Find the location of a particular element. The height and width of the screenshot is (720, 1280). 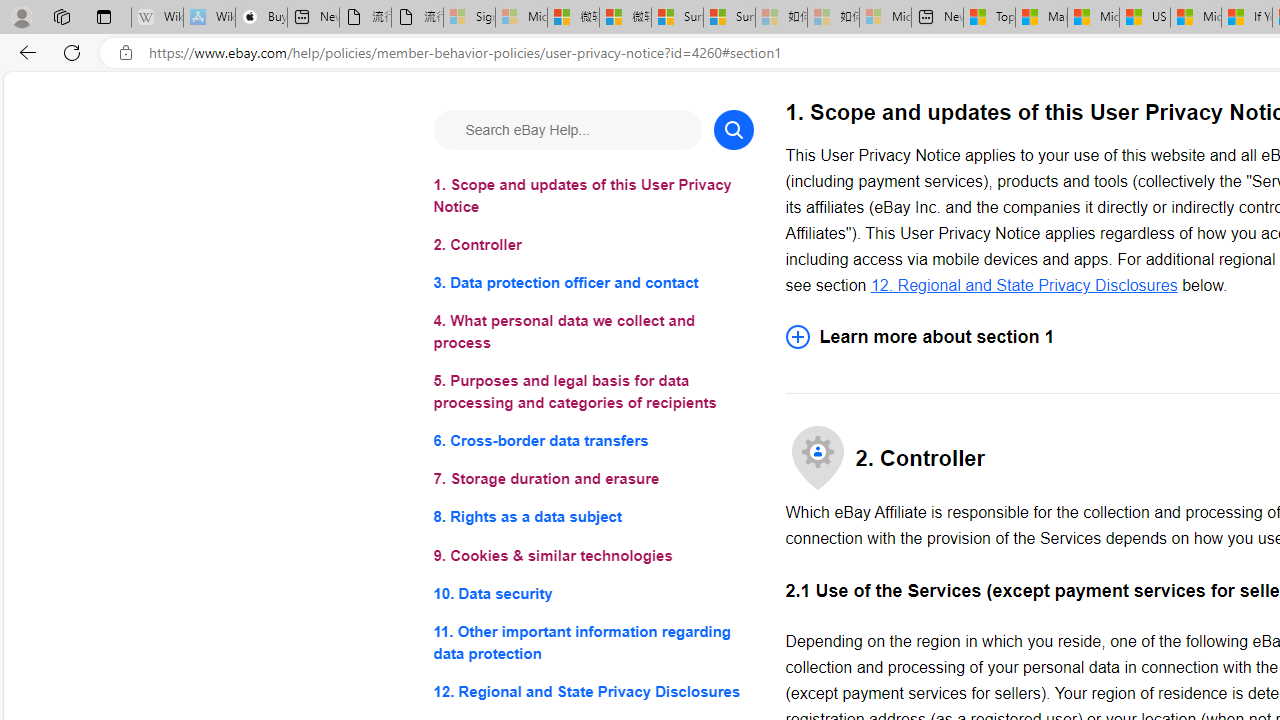

'Microsoft Services Agreement - Sleeping' is located at coordinates (520, 17).